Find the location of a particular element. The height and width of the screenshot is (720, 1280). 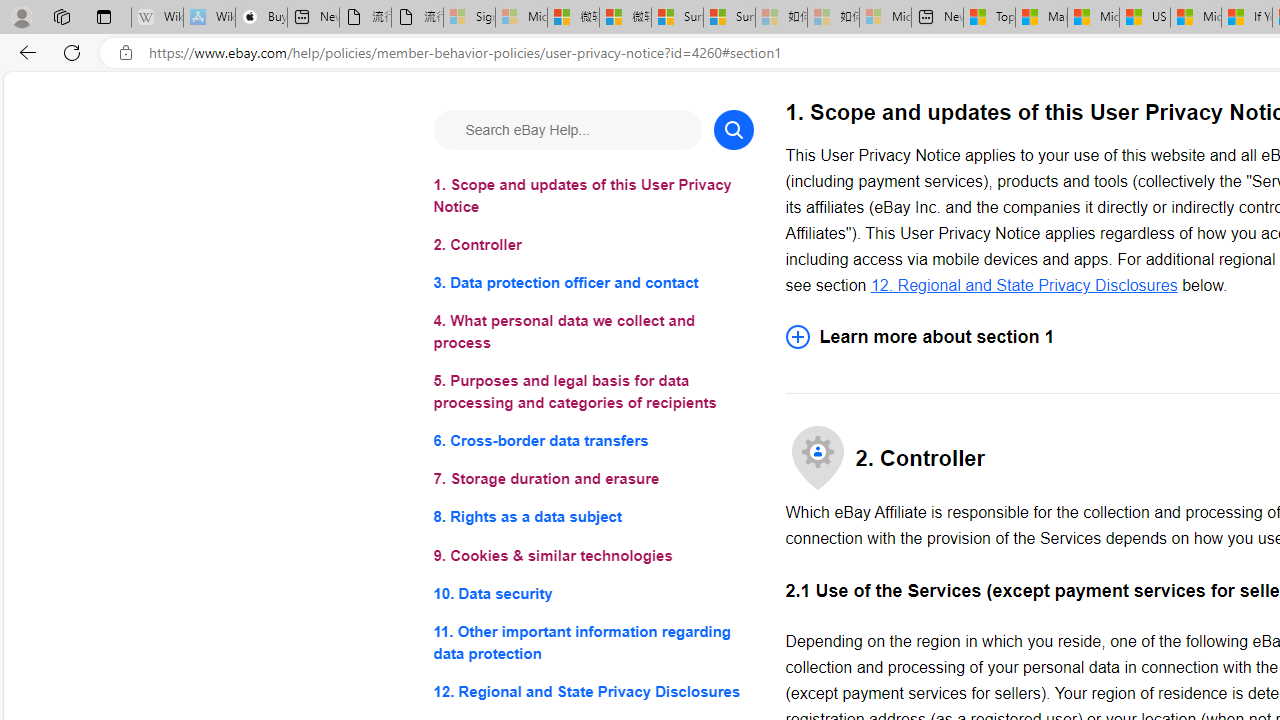

'Microsoft Services Agreement - Sleeping' is located at coordinates (520, 17).